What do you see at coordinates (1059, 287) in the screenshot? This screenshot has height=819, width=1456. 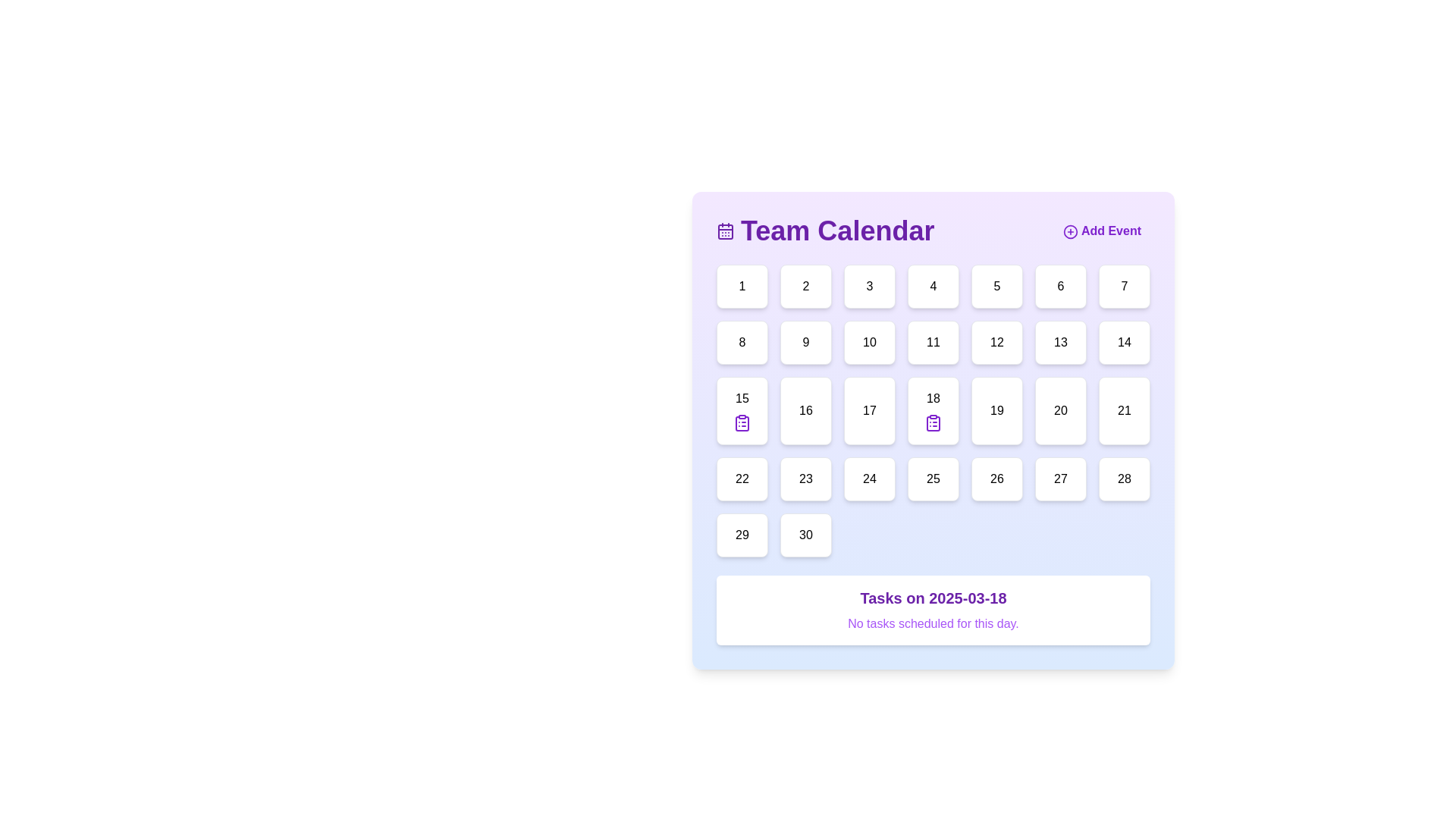 I see `the button labeled '6' in the calendar interface` at bounding box center [1059, 287].